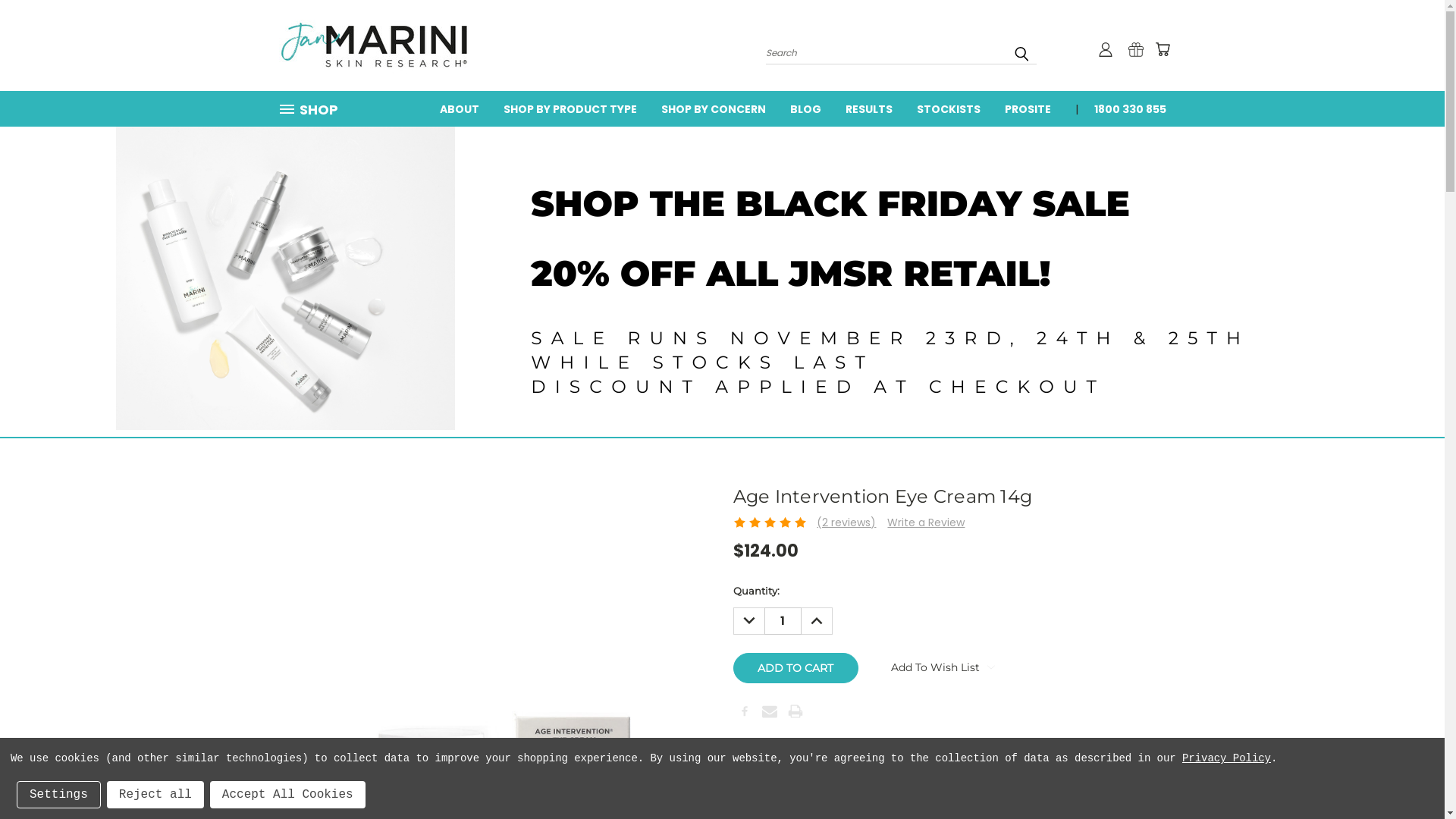  What do you see at coordinates (458, 107) in the screenshot?
I see `'ABOUT'` at bounding box center [458, 107].